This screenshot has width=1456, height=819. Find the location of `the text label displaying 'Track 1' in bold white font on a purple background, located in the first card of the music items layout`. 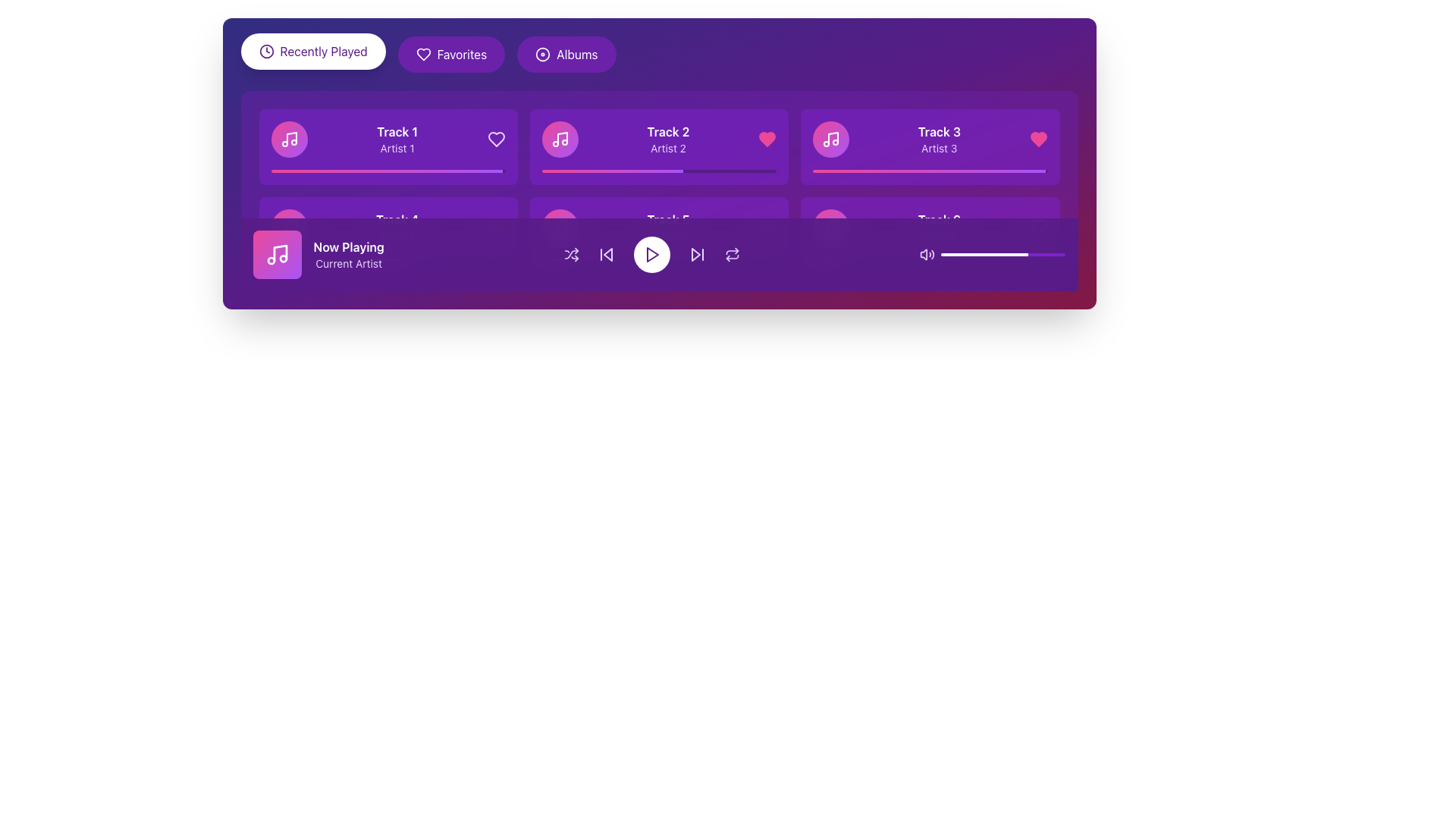

the text label displaying 'Track 1' in bold white font on a purple background, located in the first card of the music items layout is located at coordinates (397, 130).